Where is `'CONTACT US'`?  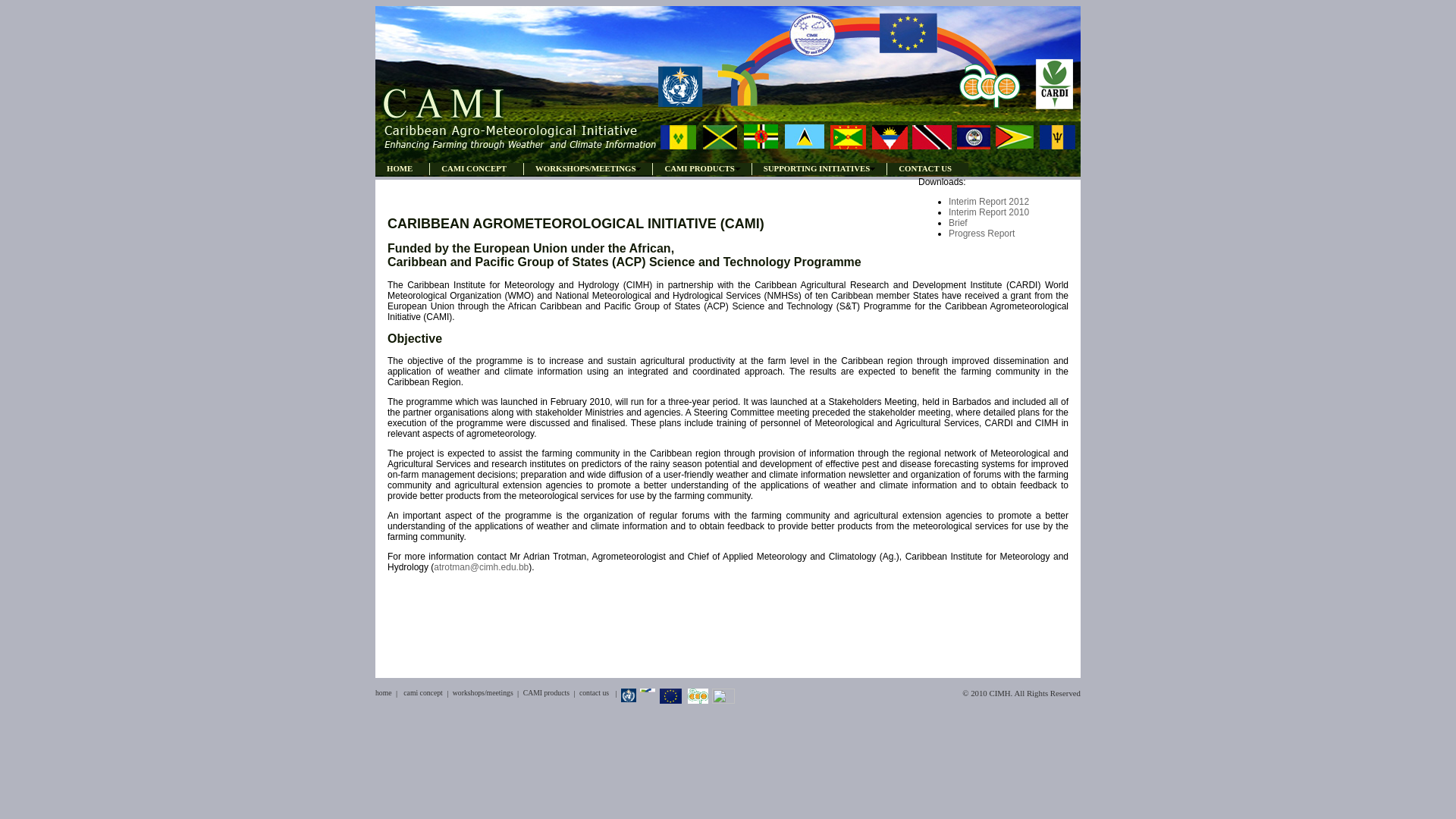
'CONTACT US' is located at coordinates (886, 168).